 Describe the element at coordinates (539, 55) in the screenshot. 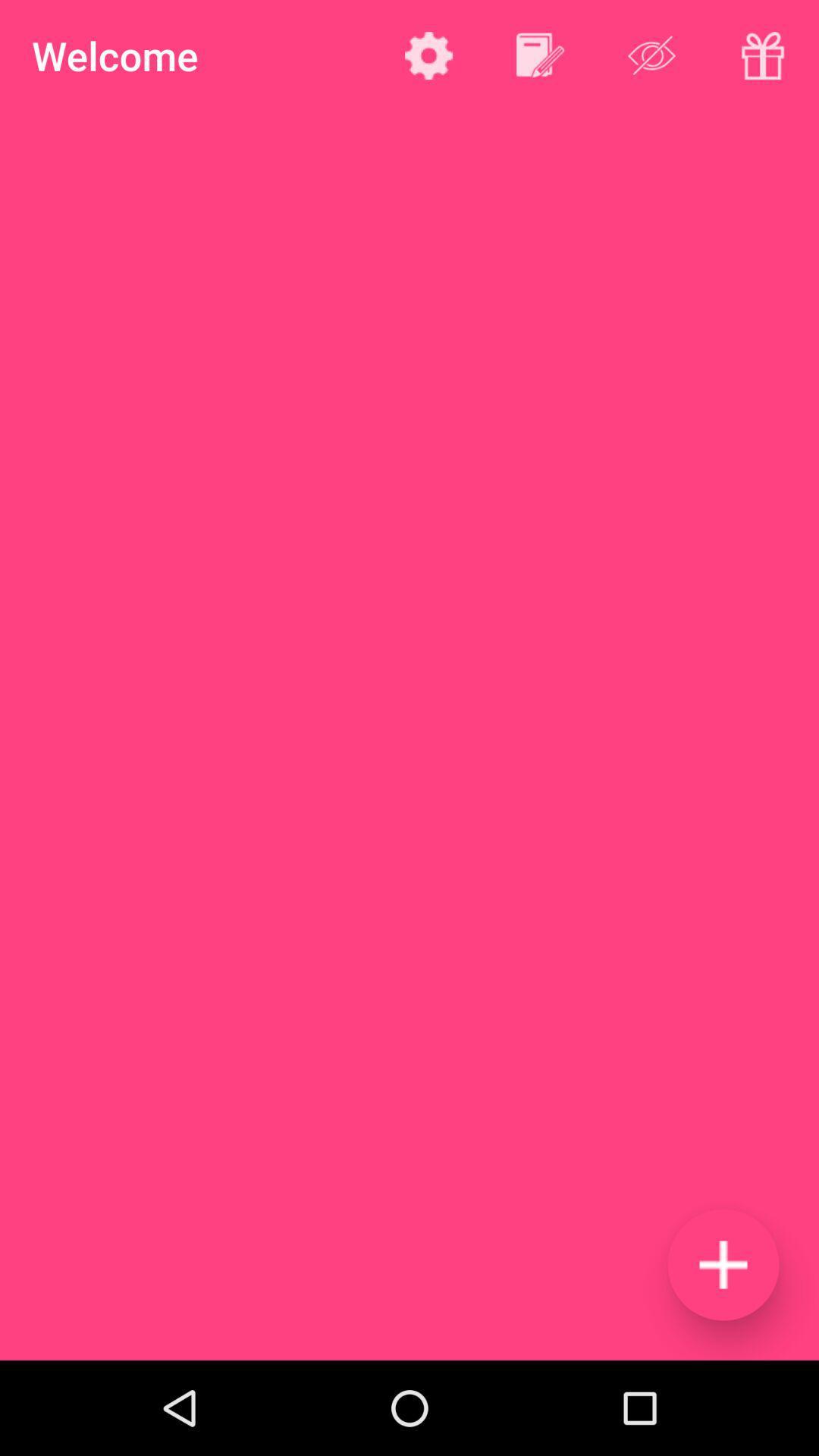

I see `notes` at that location.